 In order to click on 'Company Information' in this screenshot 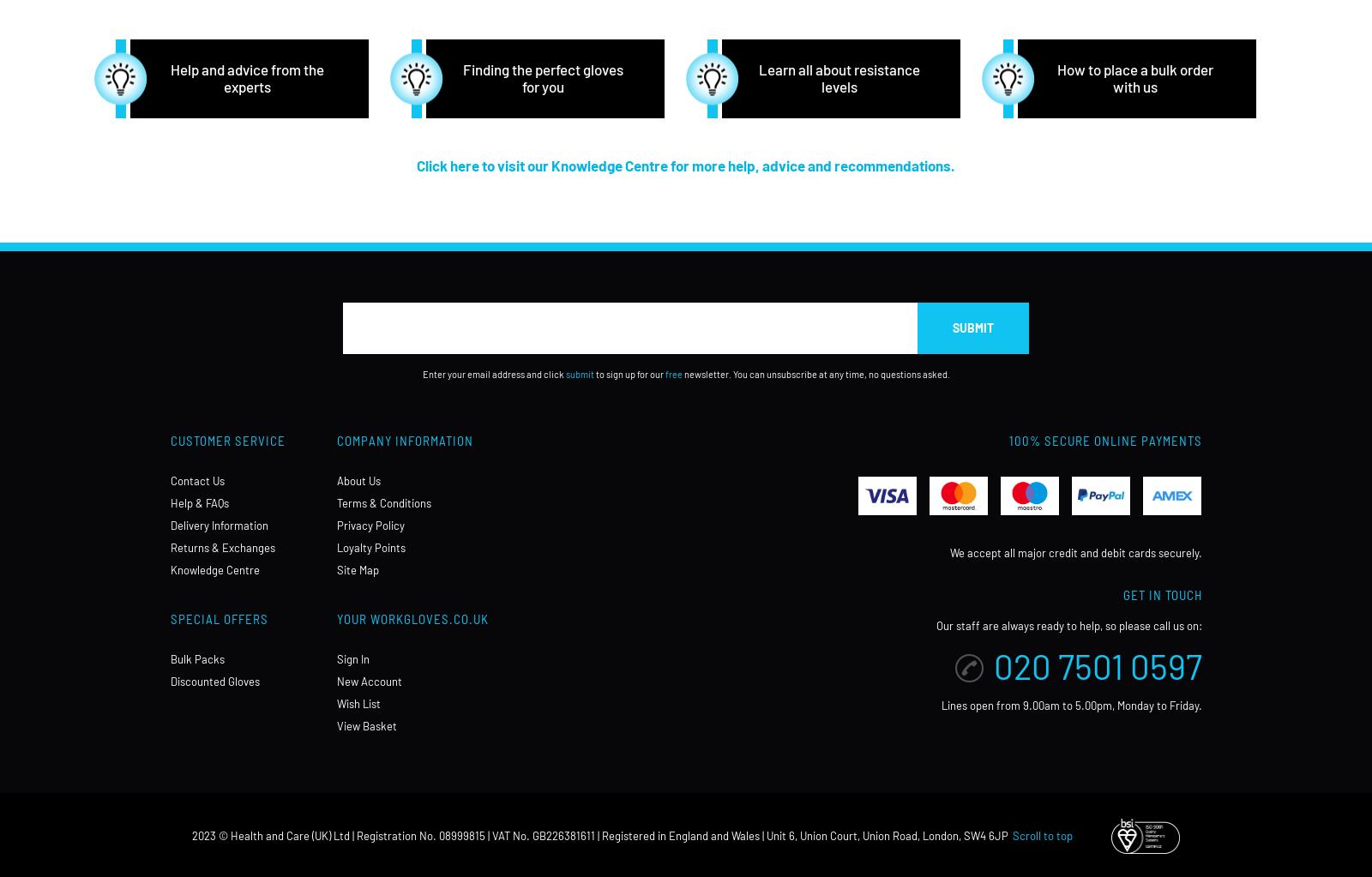, I will do `click(403, 439)`.